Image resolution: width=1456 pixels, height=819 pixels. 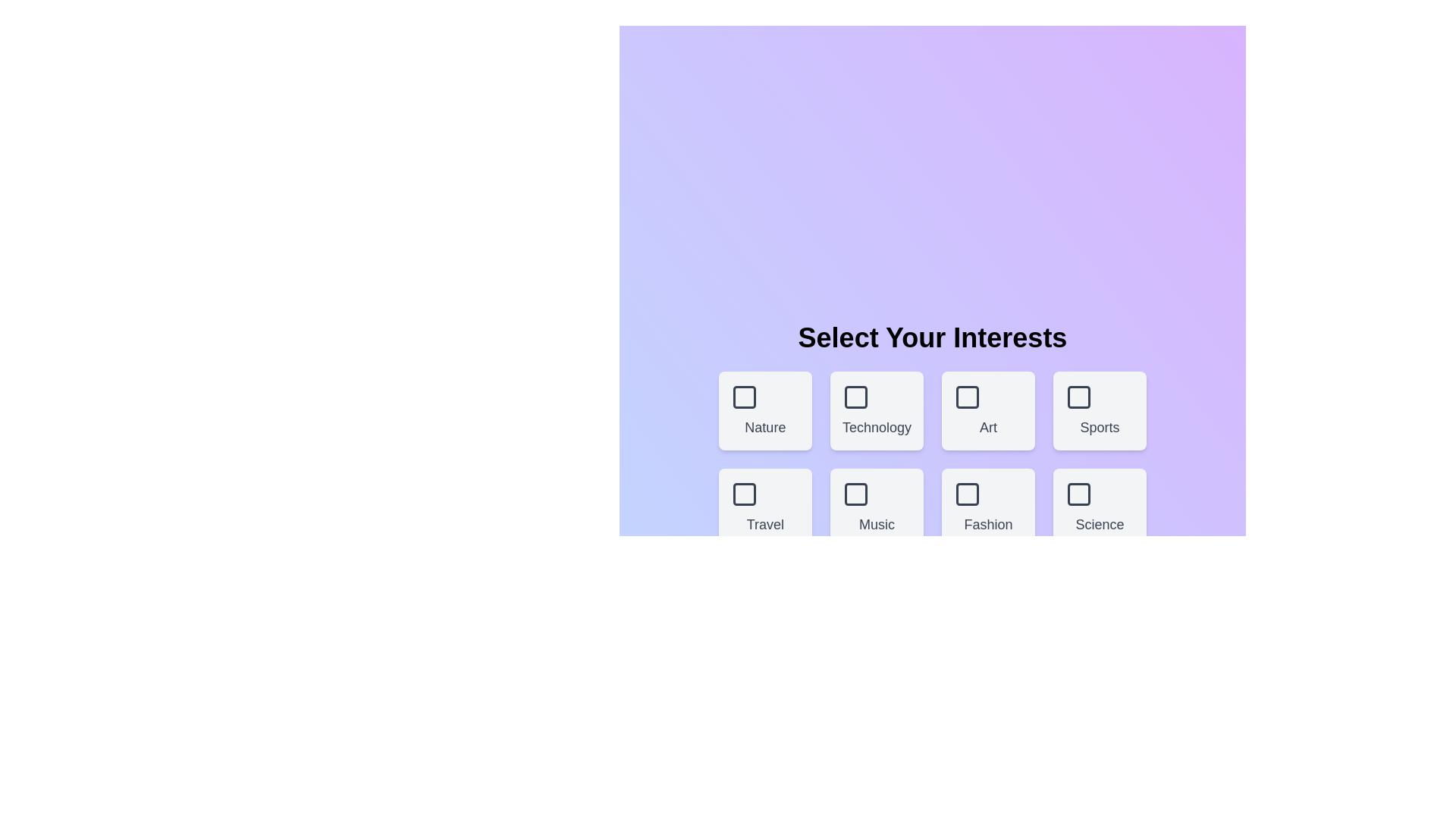 I want to click on the theme box labeled Technology, so click(x=877, y=411).